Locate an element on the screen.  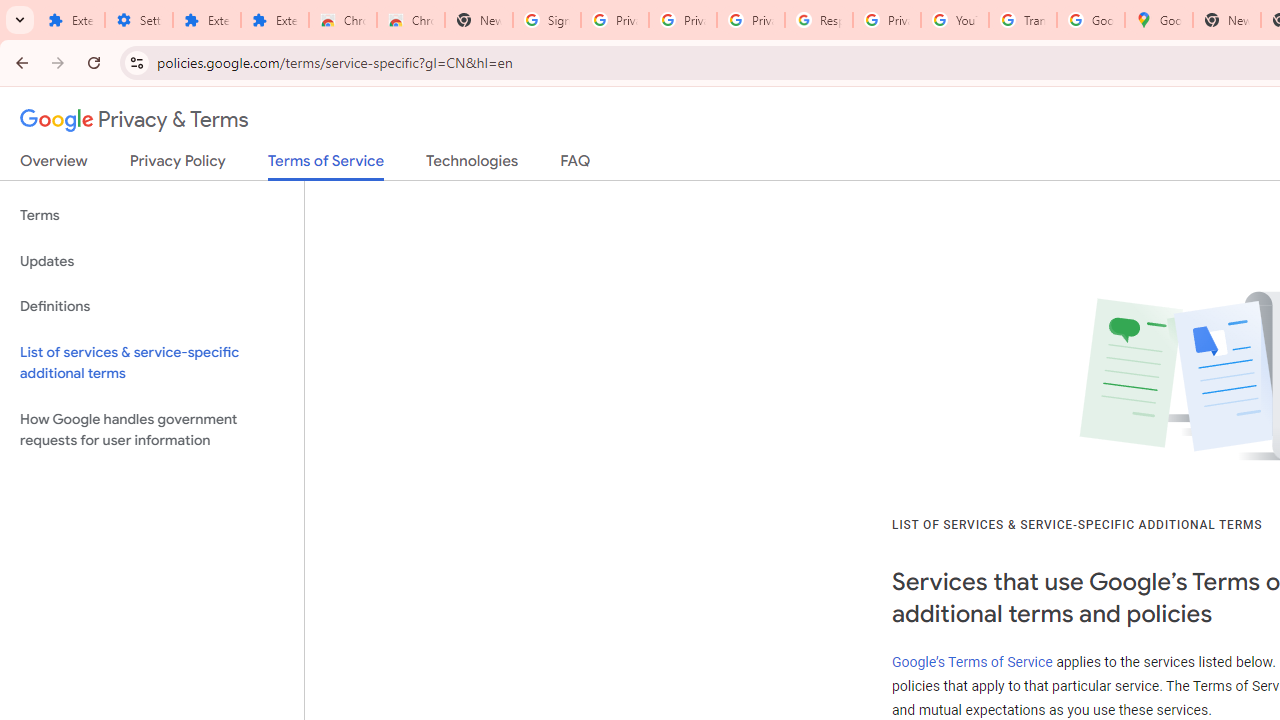
'How Google handles government requests for user information' is located at coordinates (151, 428).